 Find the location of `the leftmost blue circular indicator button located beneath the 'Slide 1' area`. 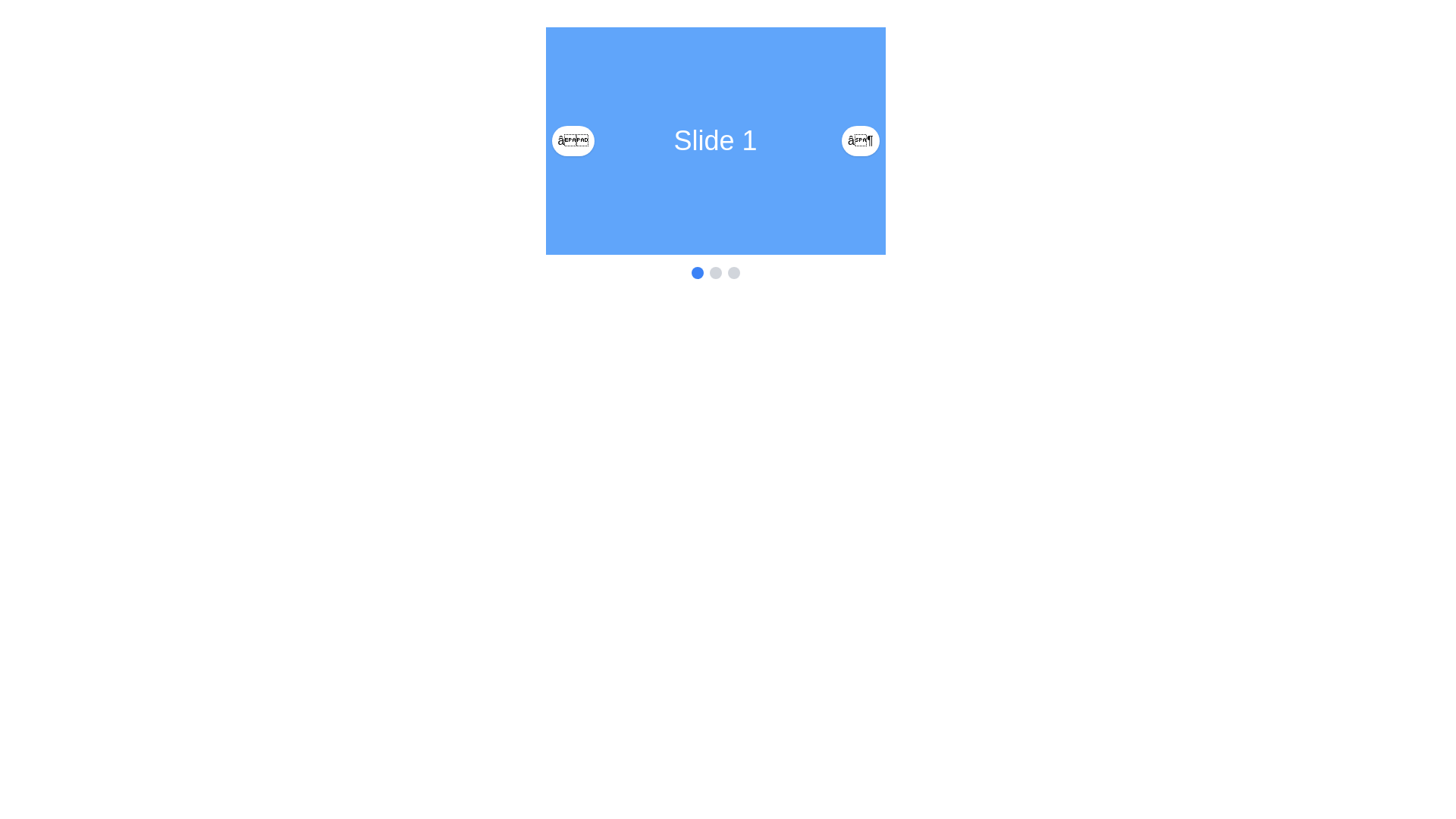

the leftmost blue circular indicator button located beneath the 'Slide 1' area is located at coordinates (696, 271).